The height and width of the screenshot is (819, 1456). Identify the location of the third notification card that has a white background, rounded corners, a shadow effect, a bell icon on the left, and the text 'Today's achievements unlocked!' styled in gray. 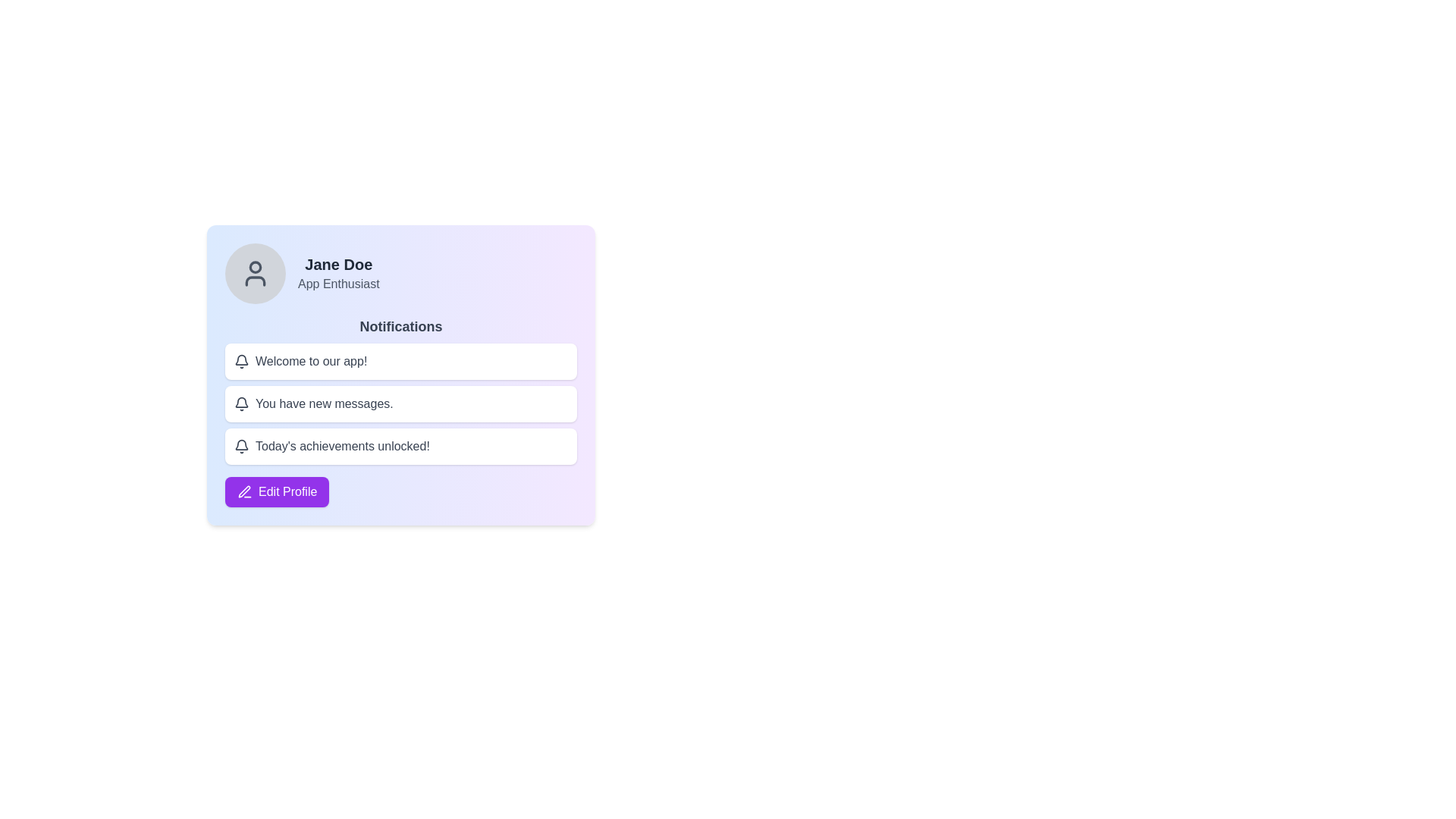
(400, 446).